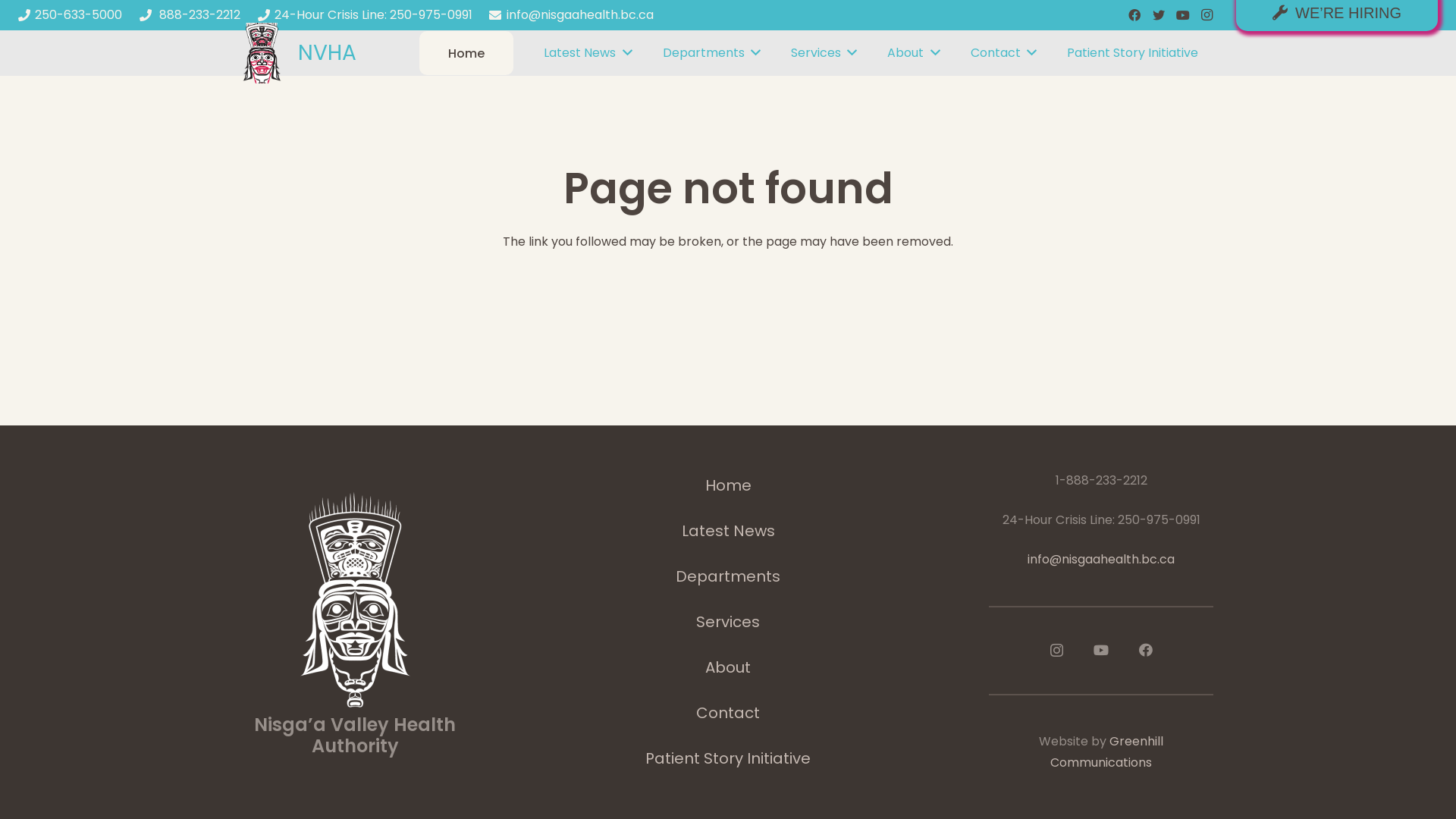 This screenshot has height=819, width=1456. I want to click on 'NVHA', so click(326, 52).